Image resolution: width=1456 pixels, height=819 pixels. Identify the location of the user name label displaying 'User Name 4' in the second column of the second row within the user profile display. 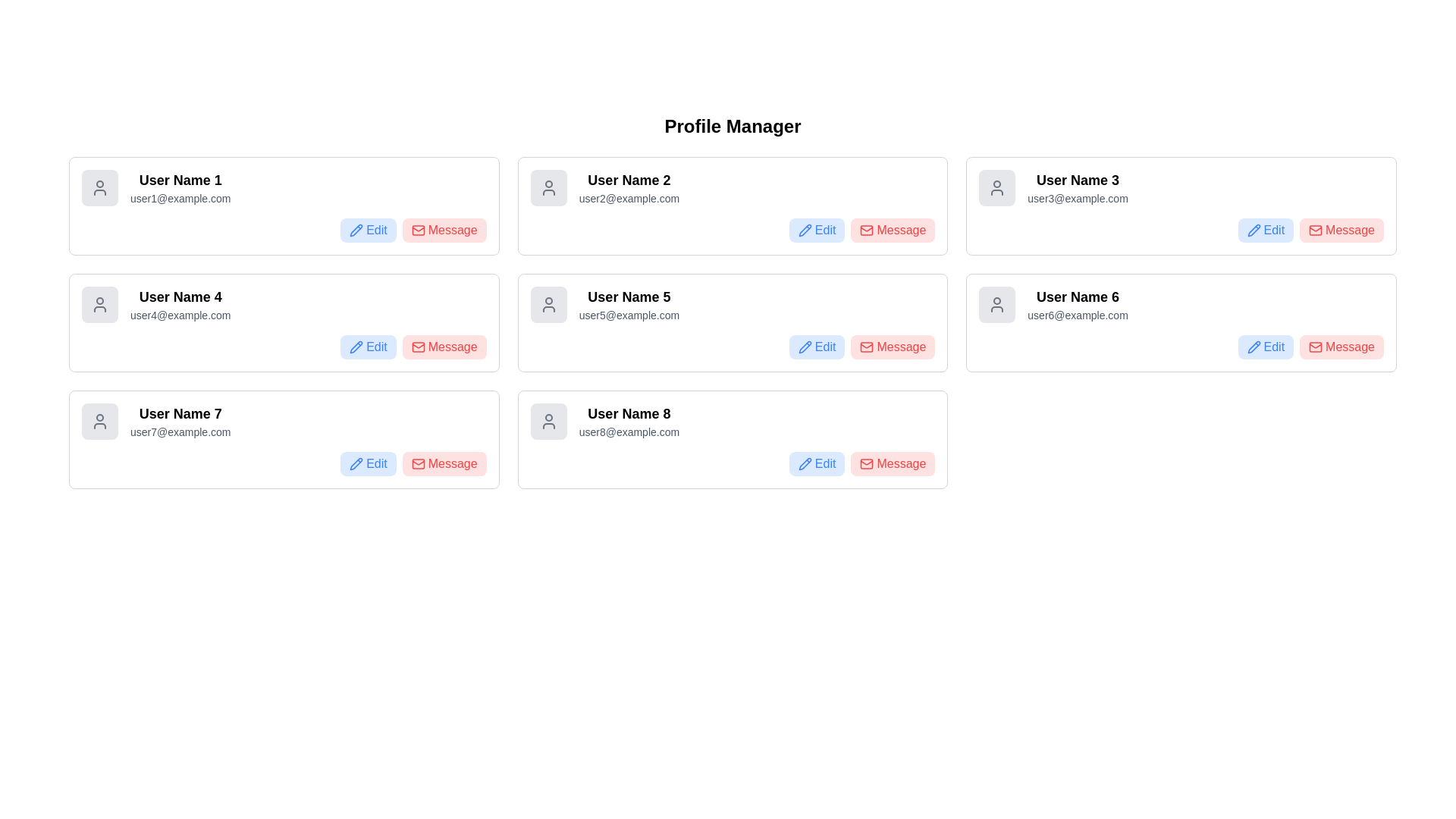
(180, 297).